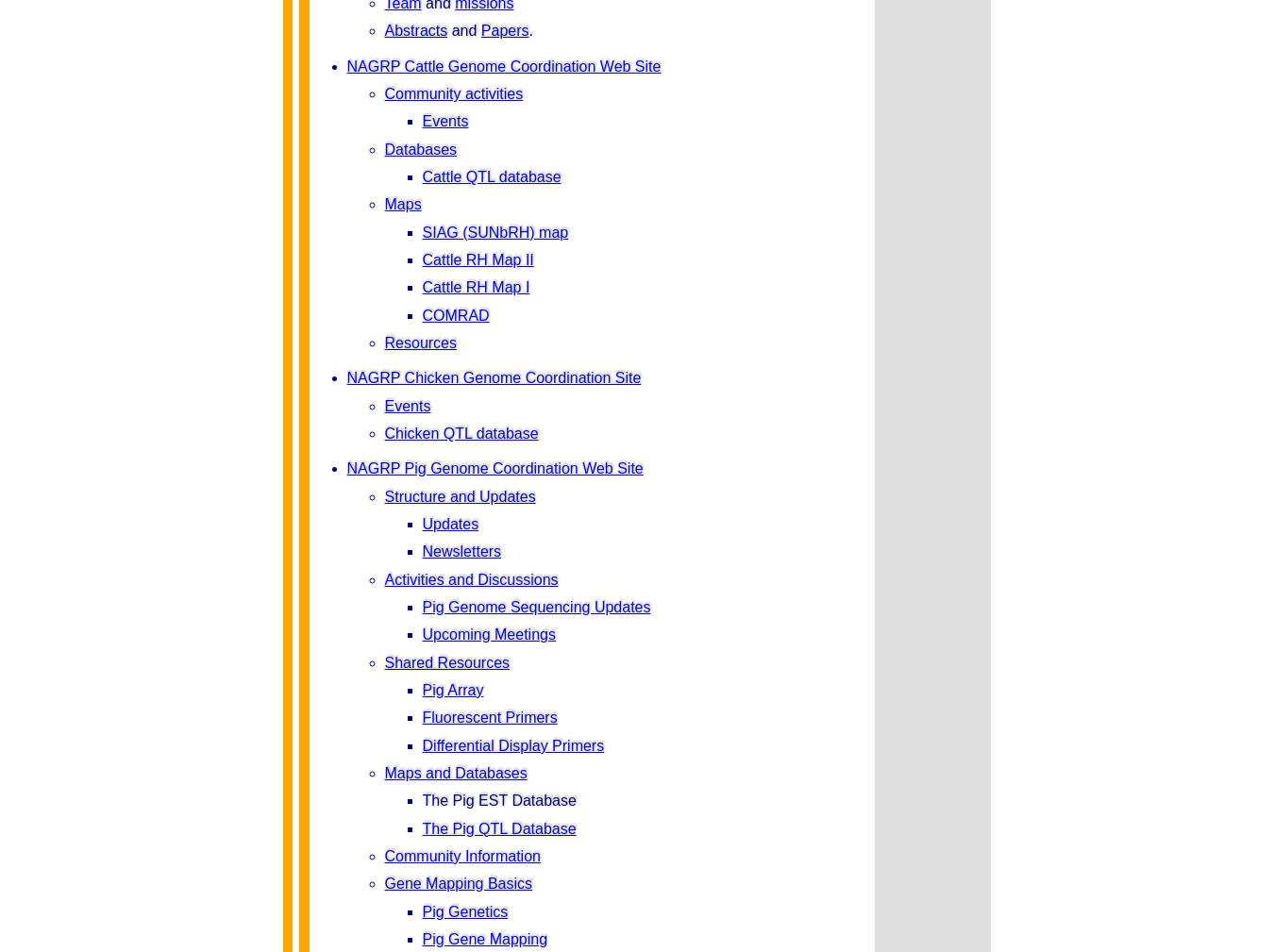  I want to click on 'Resources', so click(420, 342).